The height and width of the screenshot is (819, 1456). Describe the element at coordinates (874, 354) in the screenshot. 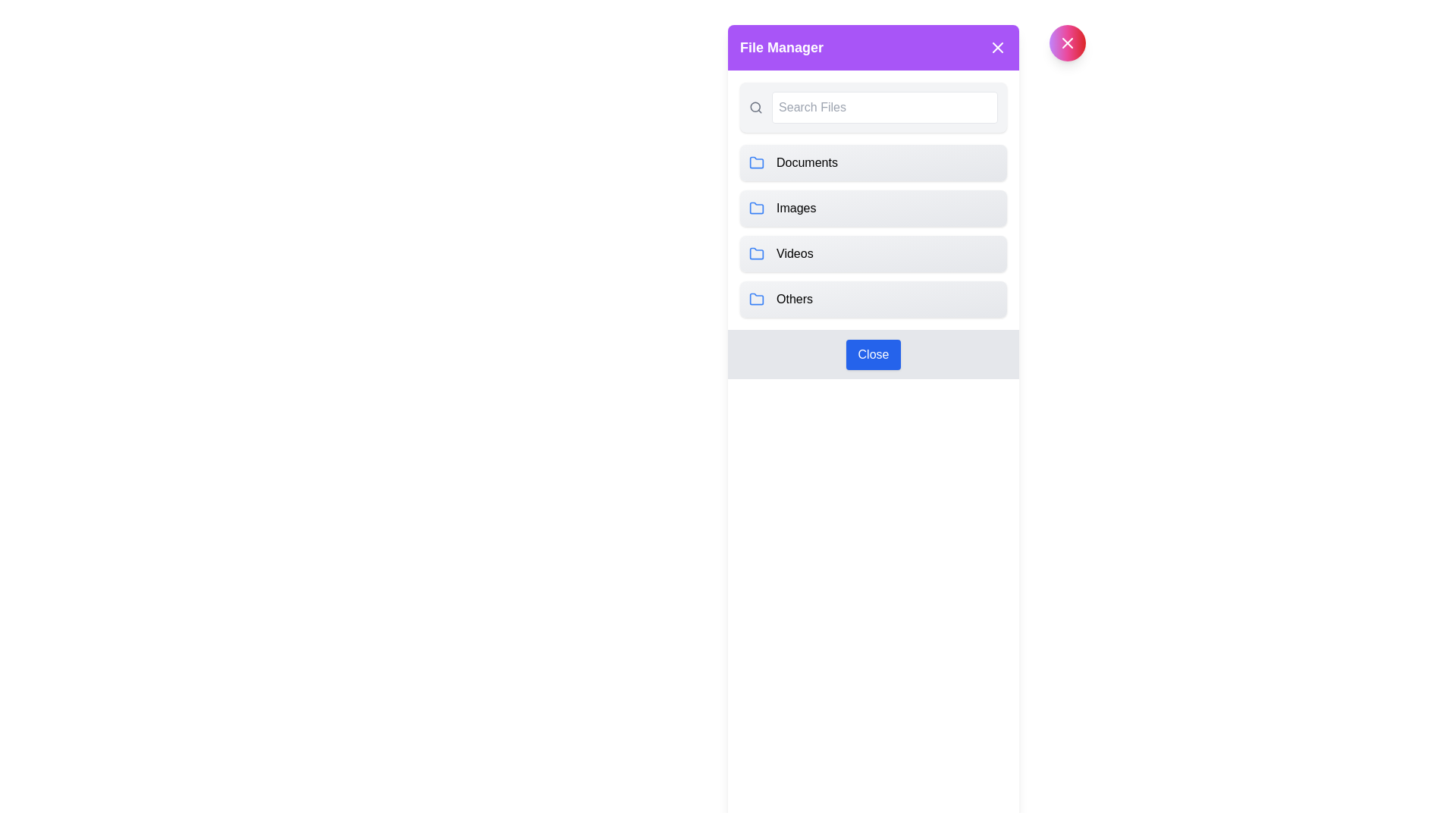

I see `the blue rectangular 'Close' button with white text, located at the bottom center of the File Manager interface` at that location.